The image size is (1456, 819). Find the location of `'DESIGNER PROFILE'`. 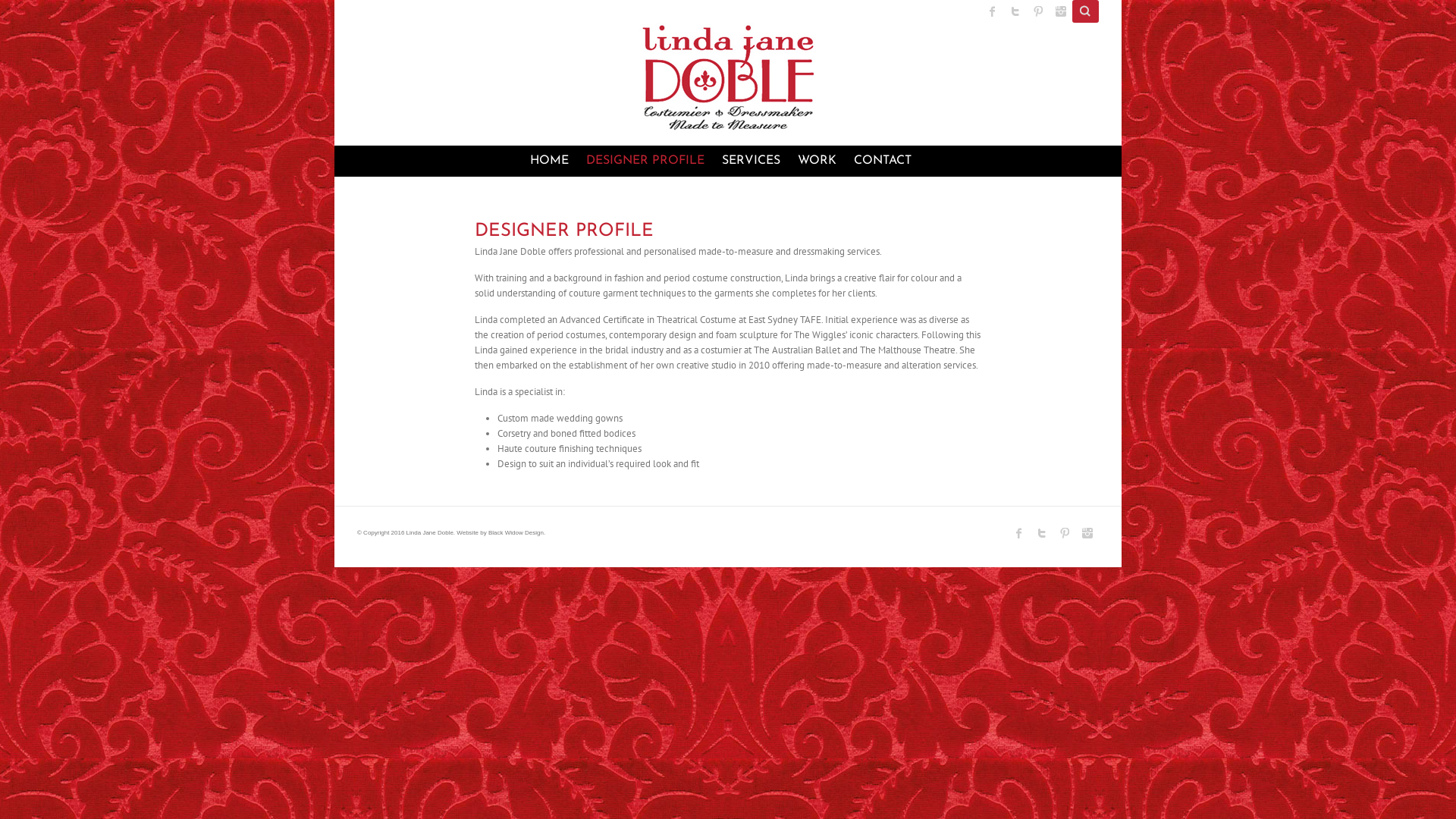

'DESIGNER PROFILE' is located at coordinates (644, 158).